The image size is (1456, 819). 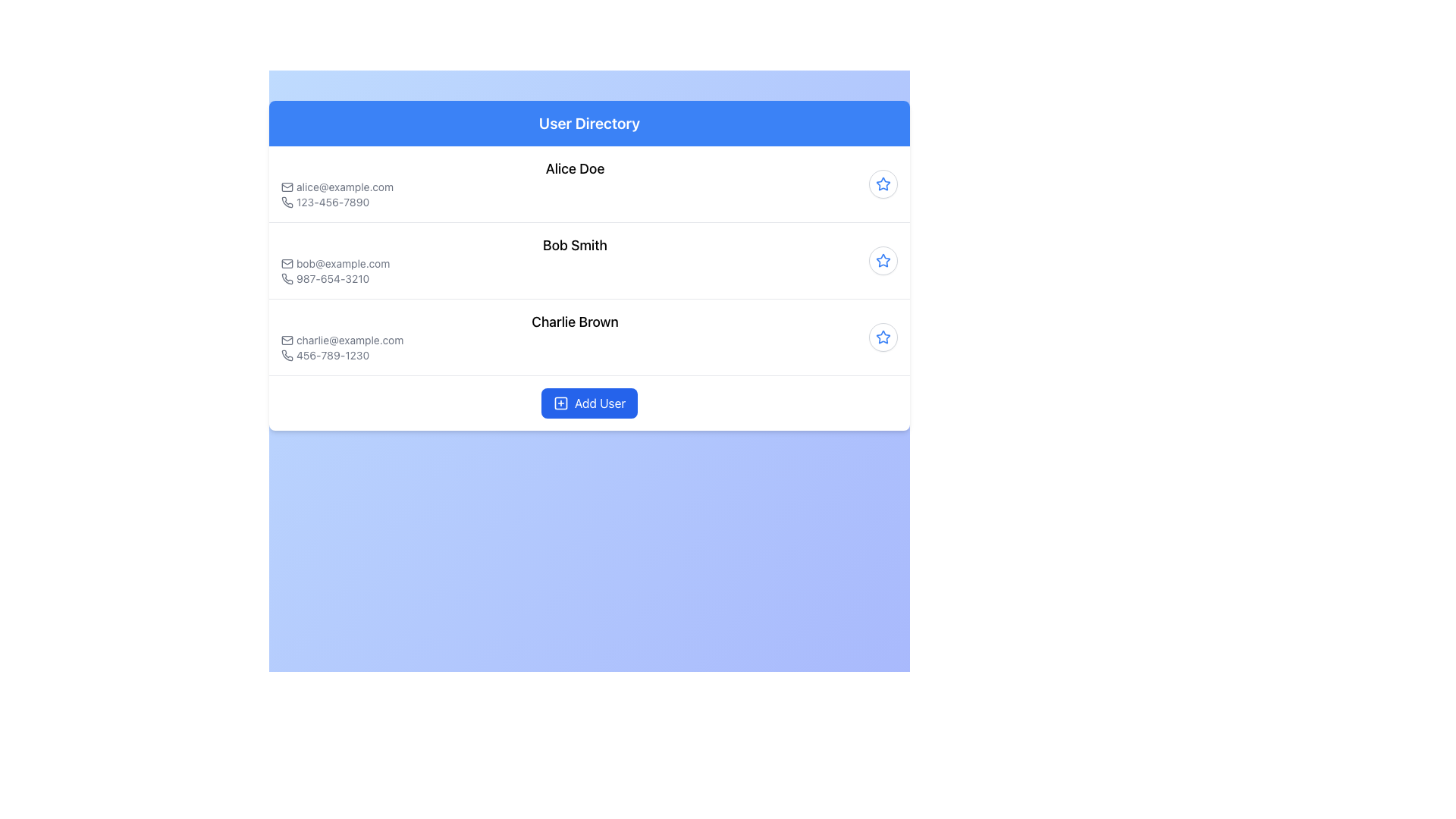 I want to click on the telephone receiver icon located to the left of Charlie Brown's phone number '456-789-1230' in the user directory list, so click(x=287, y=355).